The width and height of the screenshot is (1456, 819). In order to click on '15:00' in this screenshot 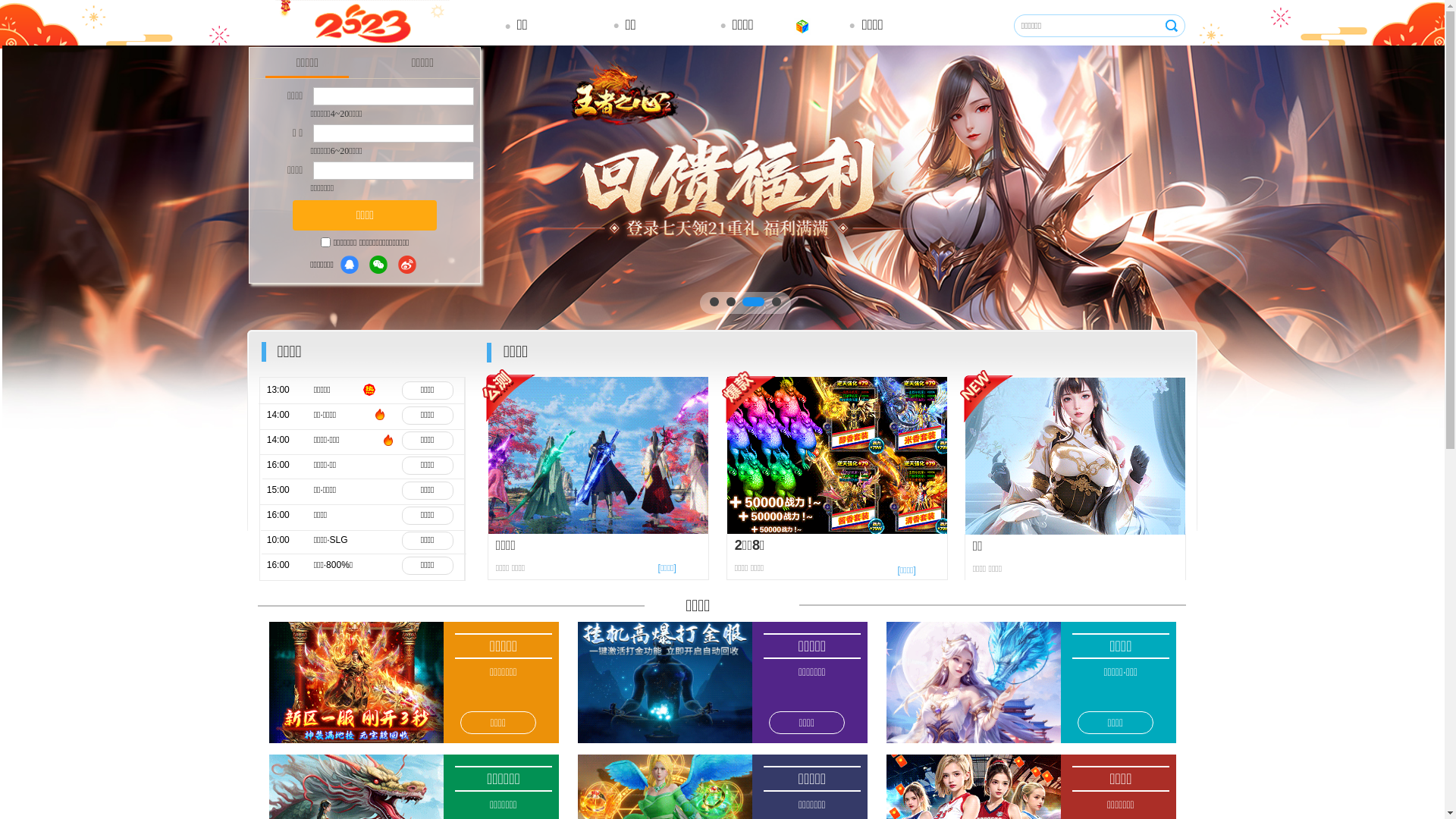, I will do `click(288, 490)`.